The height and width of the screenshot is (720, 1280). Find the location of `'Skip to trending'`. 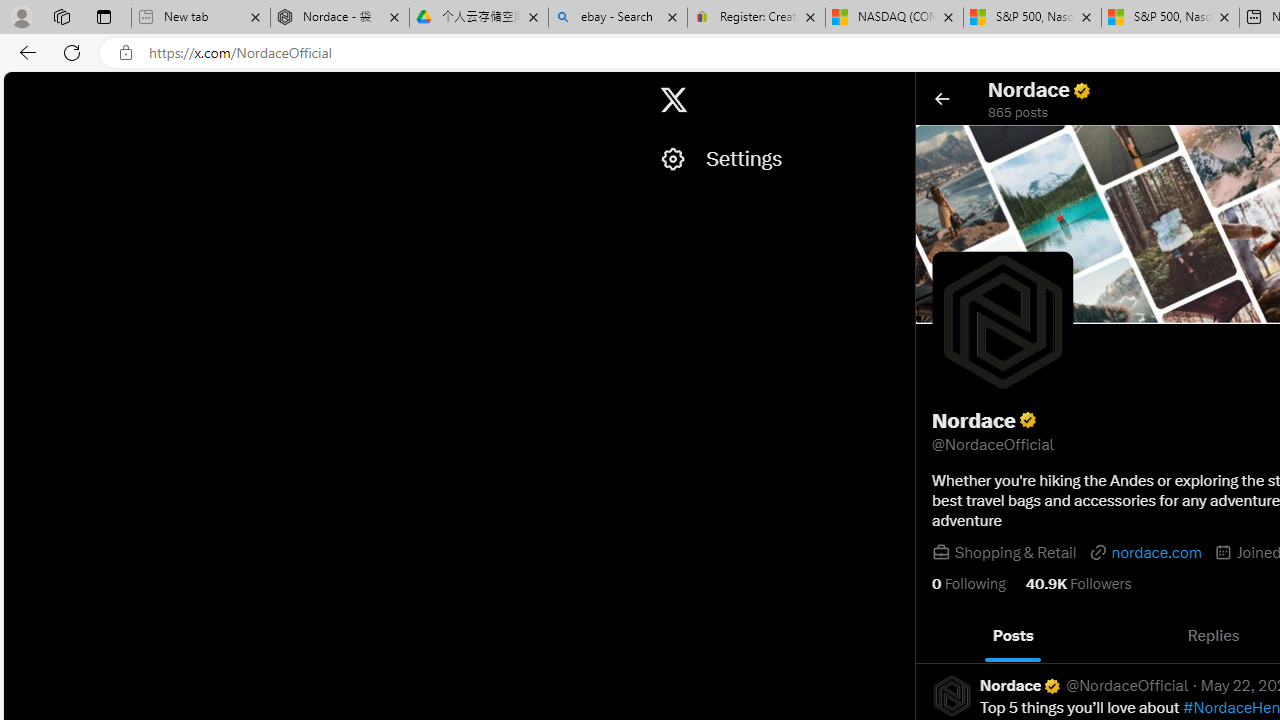

'Skip to trending' is located at coordinates (21, 90).